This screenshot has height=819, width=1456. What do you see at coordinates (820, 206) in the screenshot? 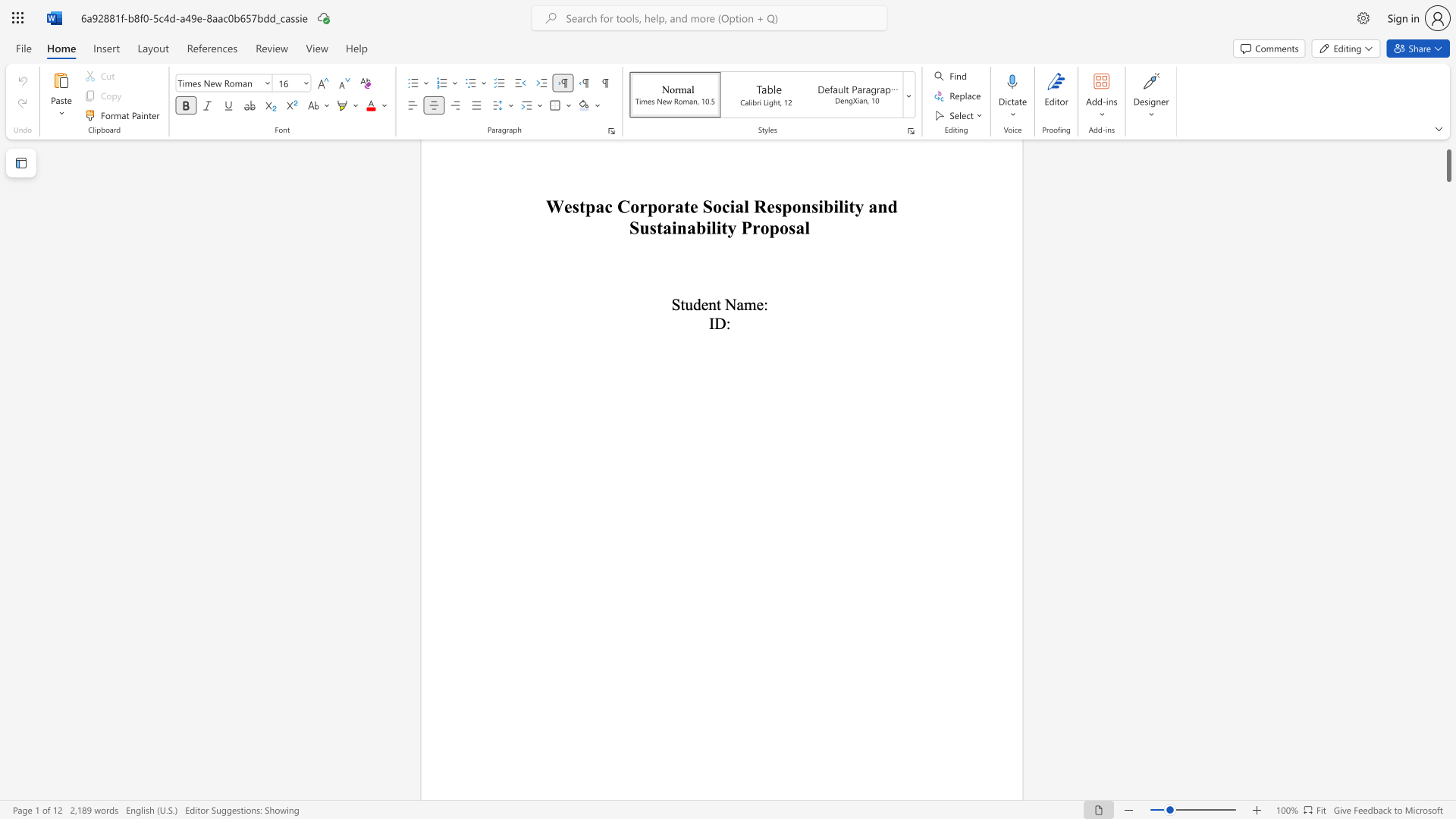
I see `the 2th character "i" in the text` at bounding box center [820, 206].